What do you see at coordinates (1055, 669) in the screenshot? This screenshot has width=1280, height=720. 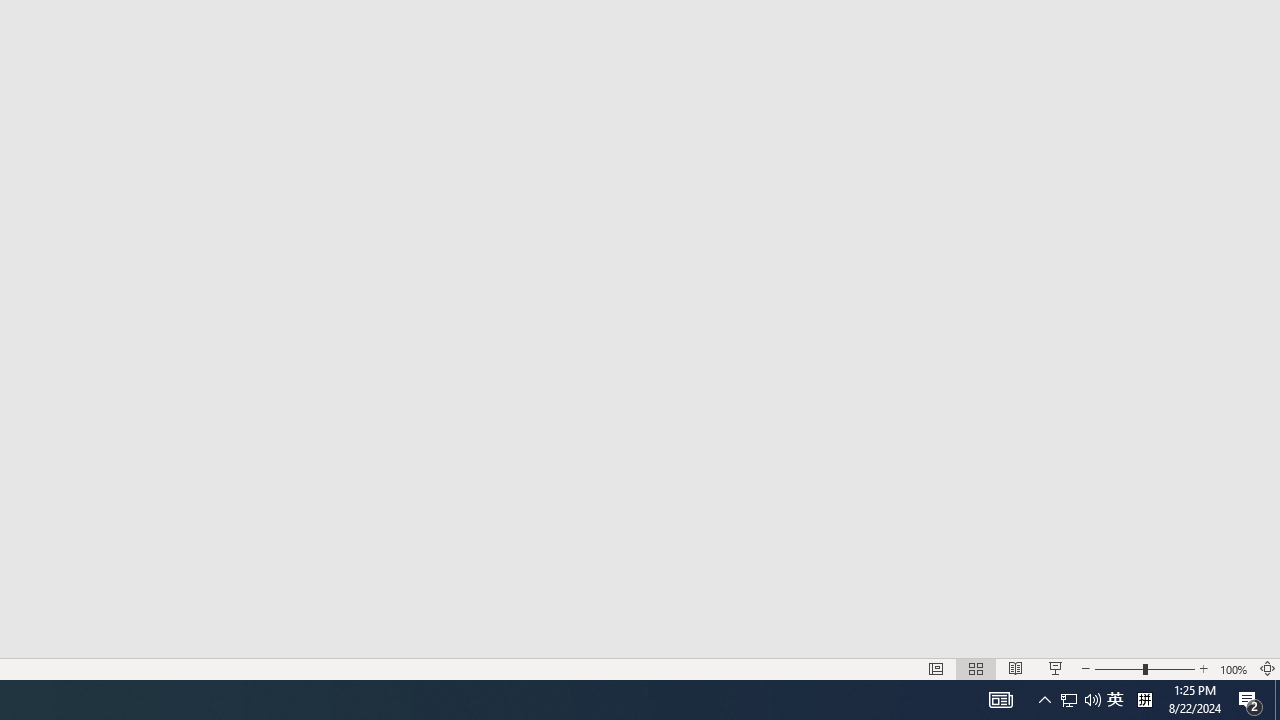 I see `'Slide Show'` at bounding box center [1055, 669].